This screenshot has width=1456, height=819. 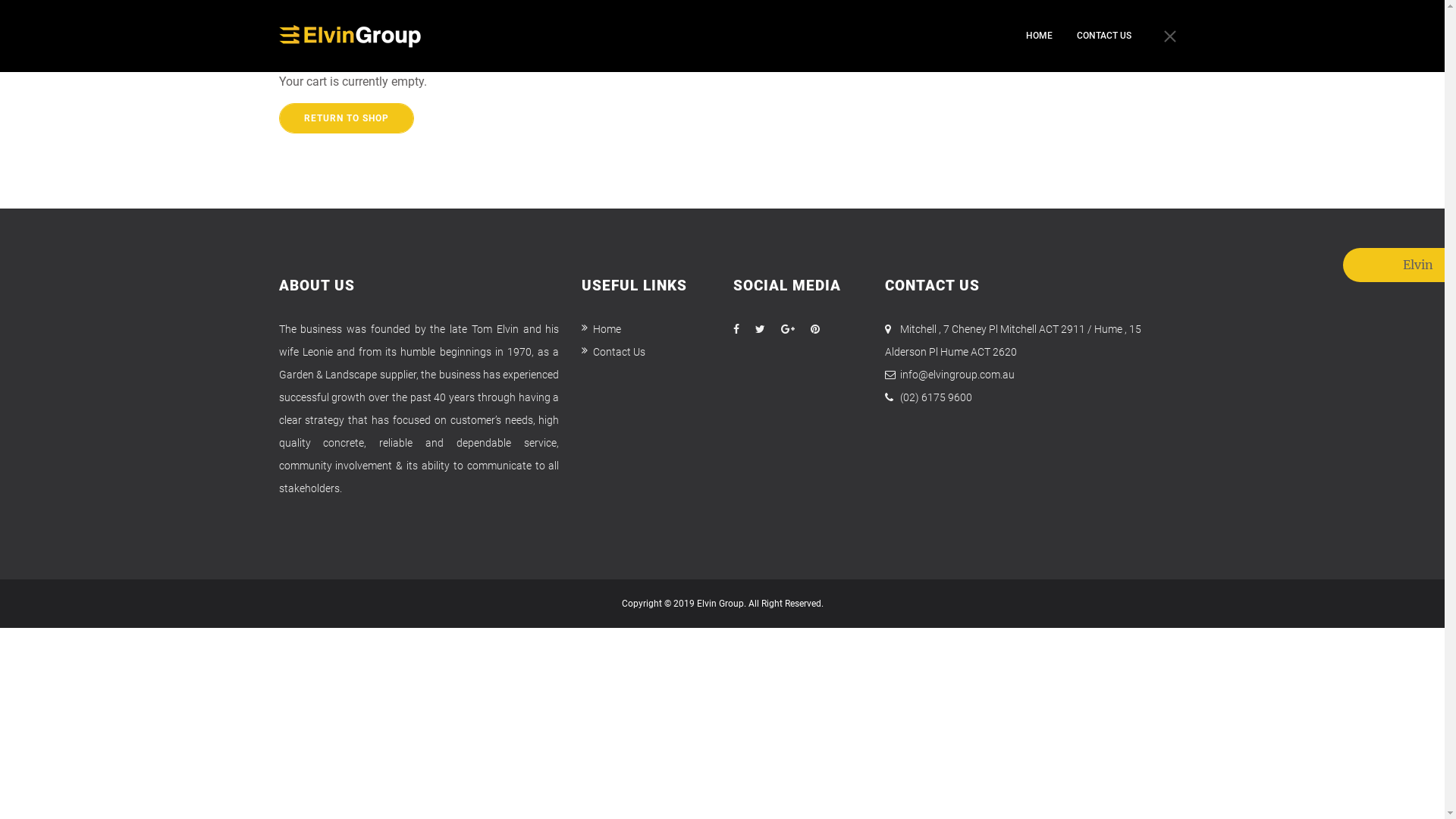 I want to click on 'Contact Us', so click(x=613, y=351).